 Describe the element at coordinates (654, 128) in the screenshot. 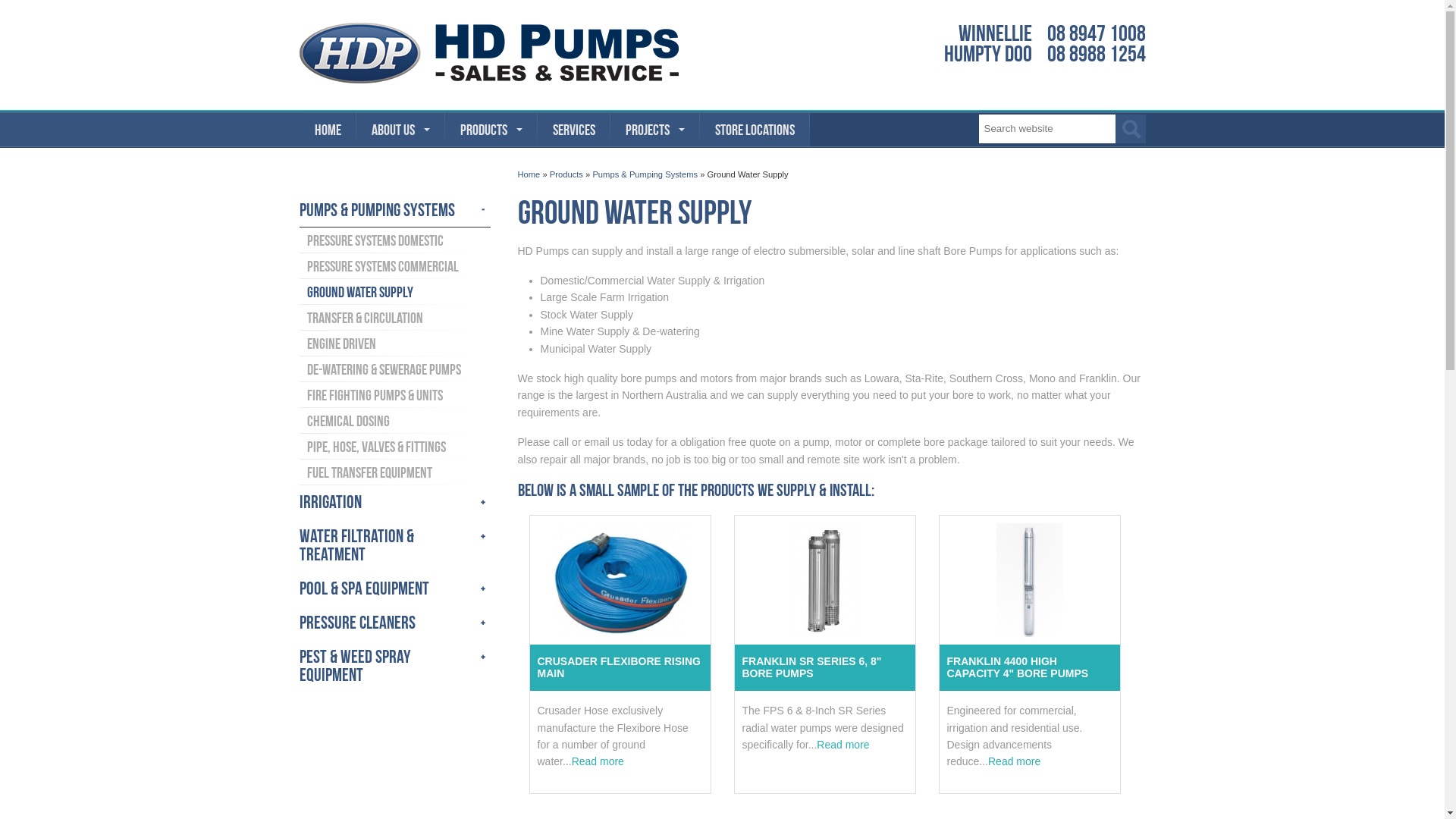

I see `'PROJECTS'` at that location.